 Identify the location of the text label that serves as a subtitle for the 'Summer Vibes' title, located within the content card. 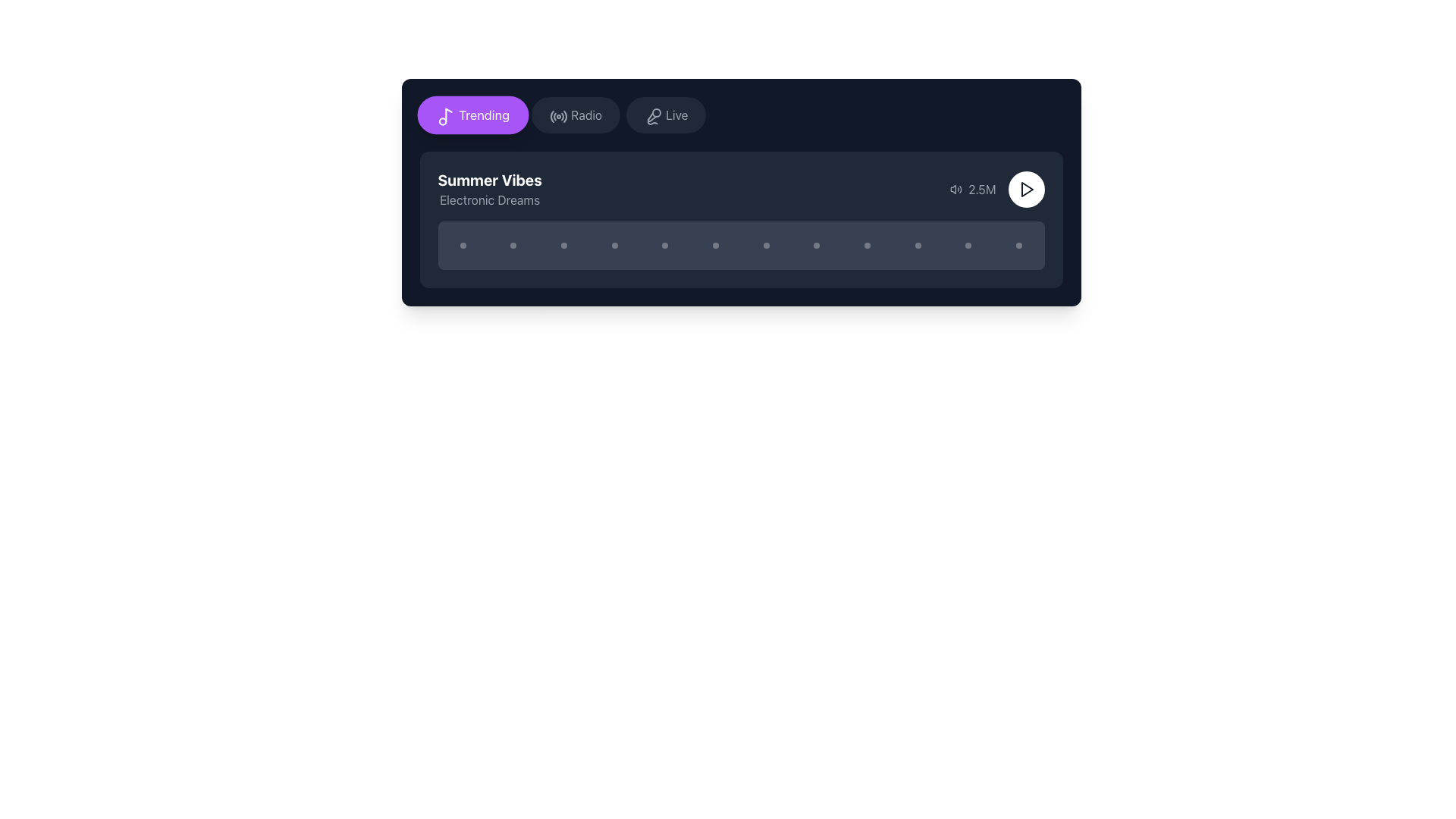
(490, 199).